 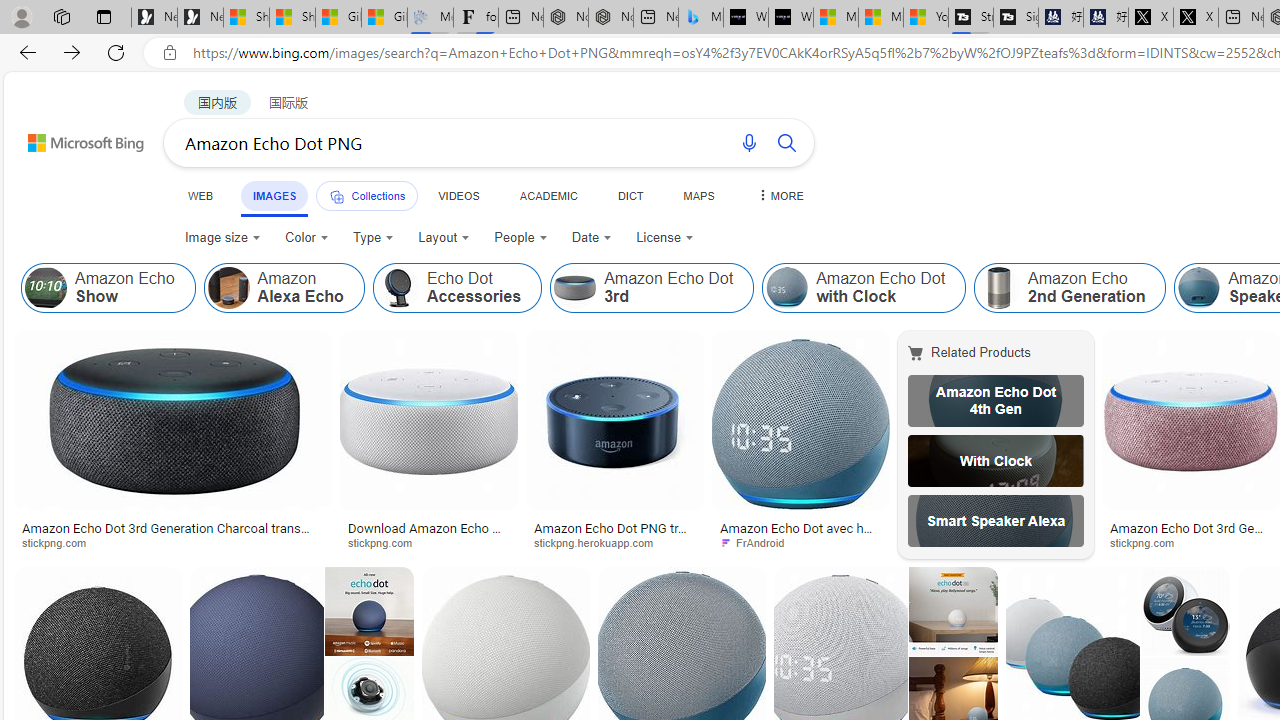 I want to click on 'DICT', so click(x=629, y=195).